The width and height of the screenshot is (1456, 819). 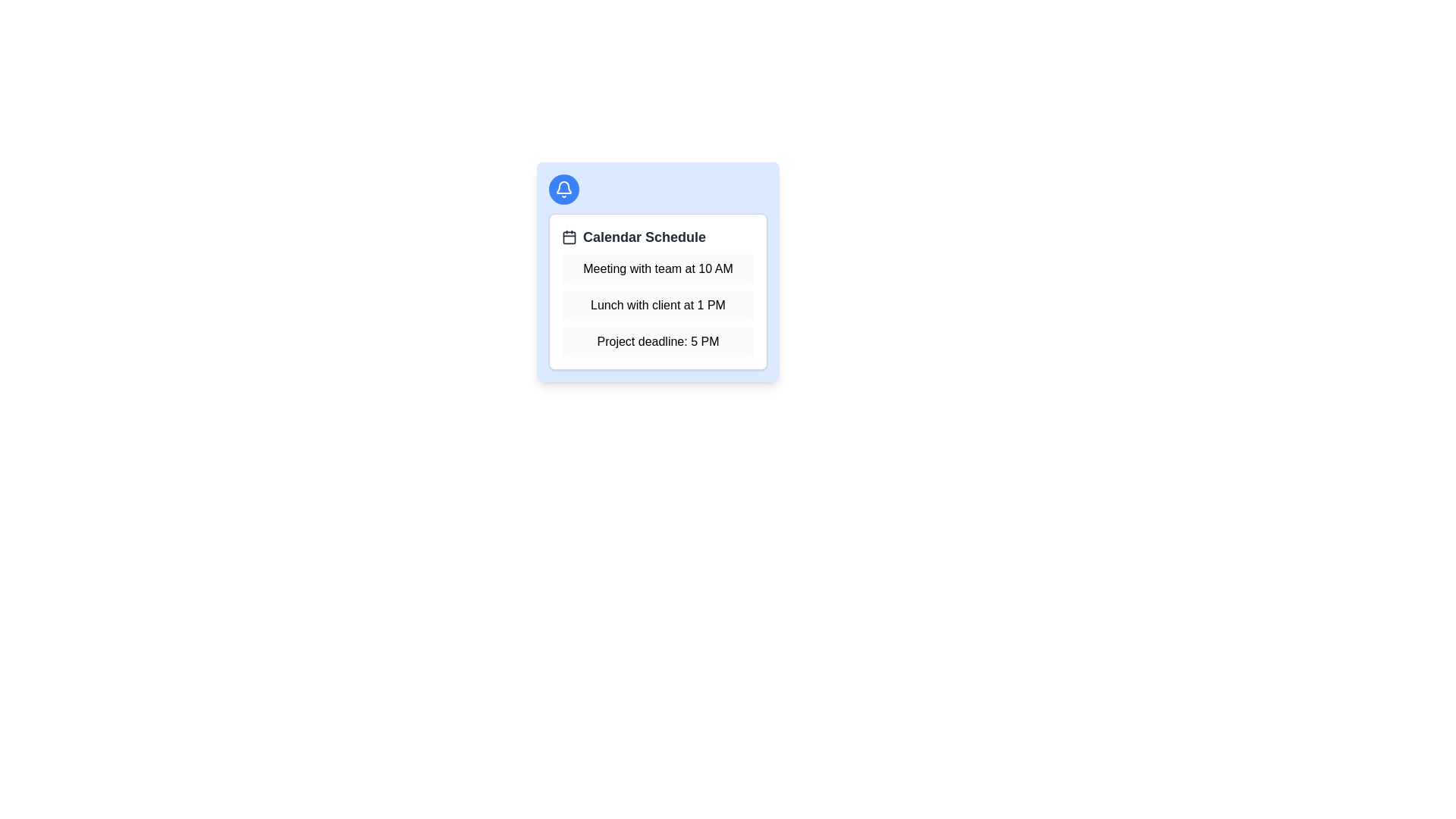 I want to click on the bell icon, which is outlined in a thin style and set within a blue circular background, located in the top-left corner of the 'Calendar Schedule' card, so click(x=563, y=187).